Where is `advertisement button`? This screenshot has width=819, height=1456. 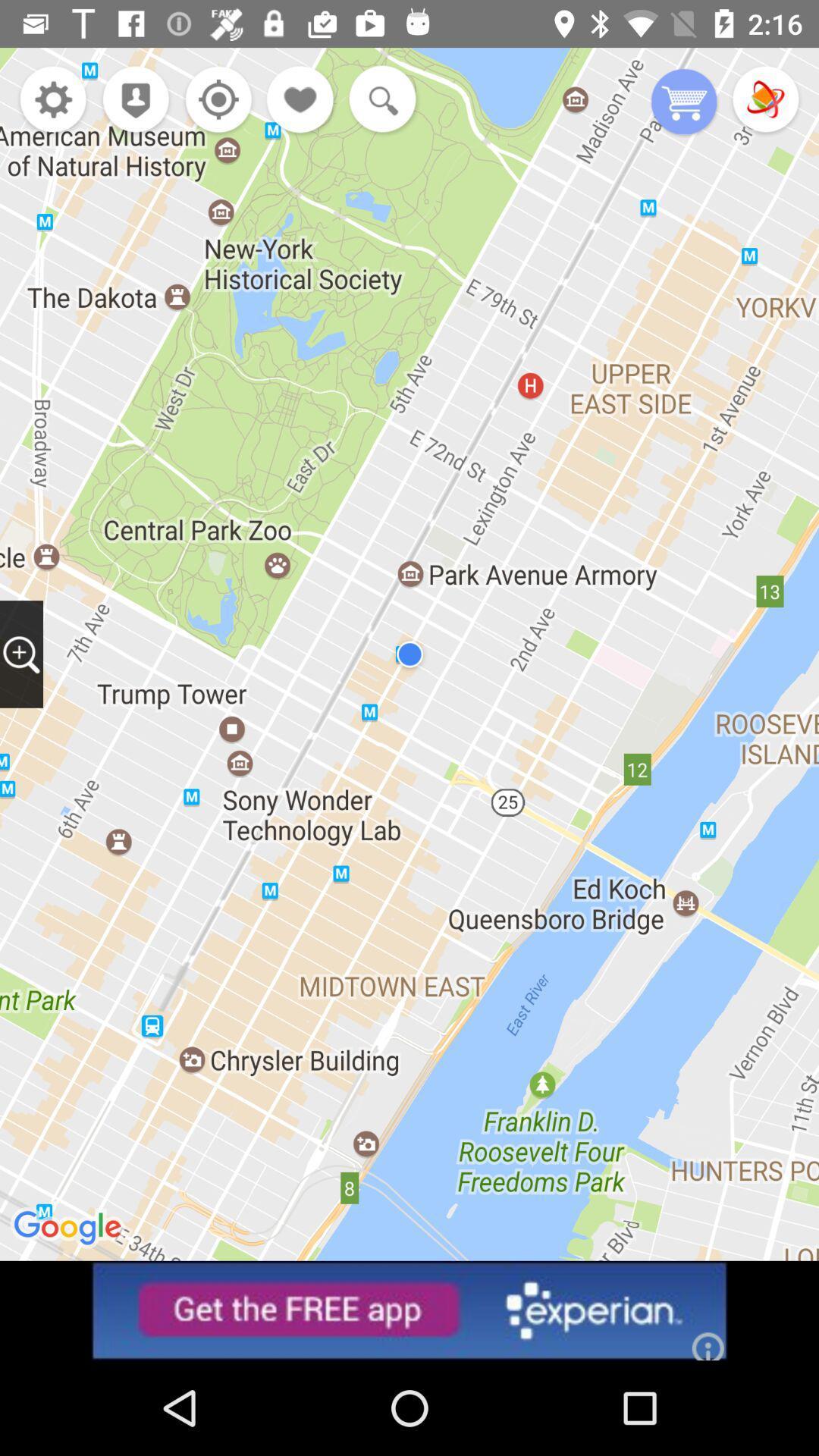
advertisement button is located at coordinates (409, 1310).